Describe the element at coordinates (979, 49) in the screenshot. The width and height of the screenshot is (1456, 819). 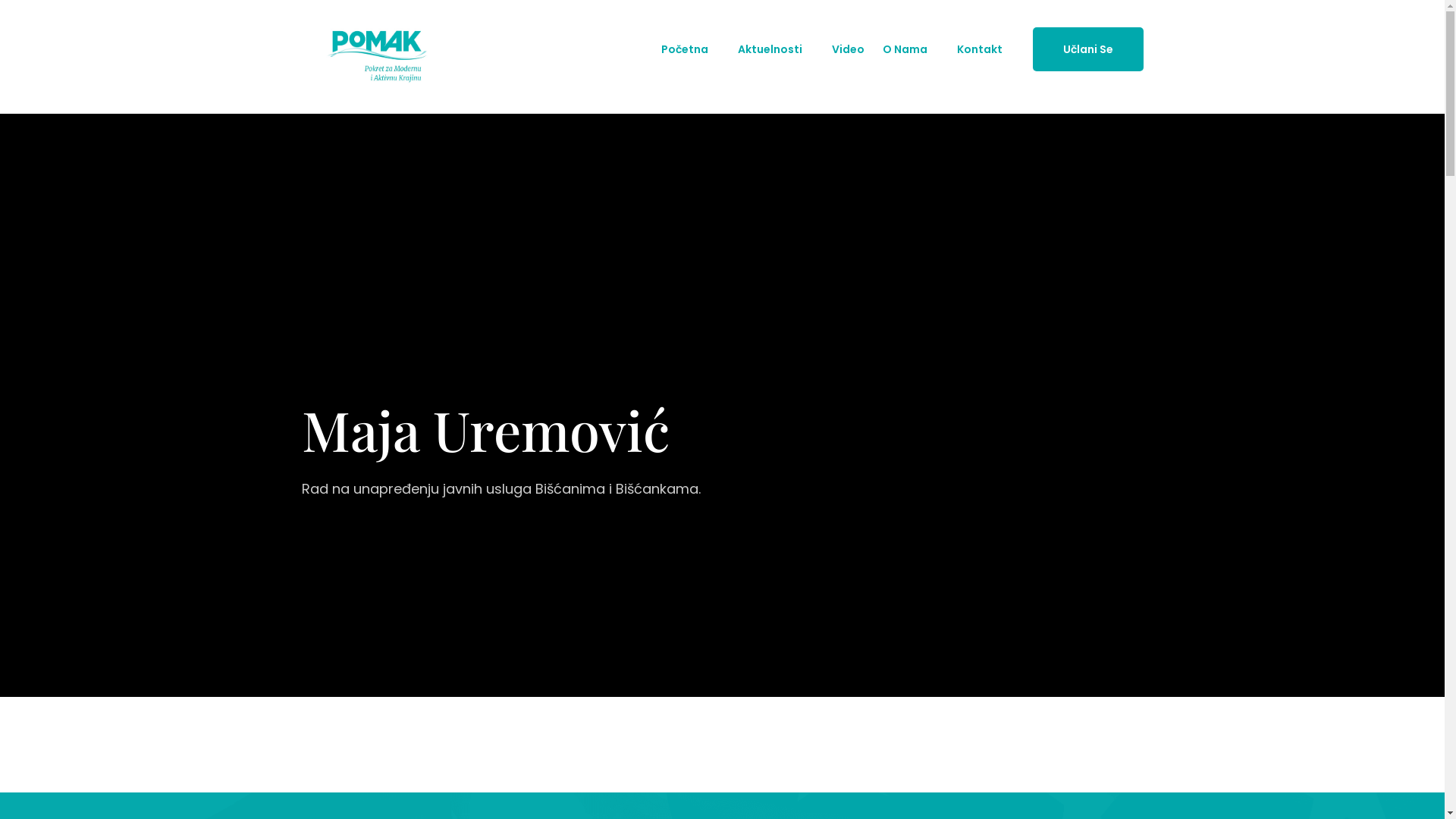
I see `'Kontakt'` at that location.